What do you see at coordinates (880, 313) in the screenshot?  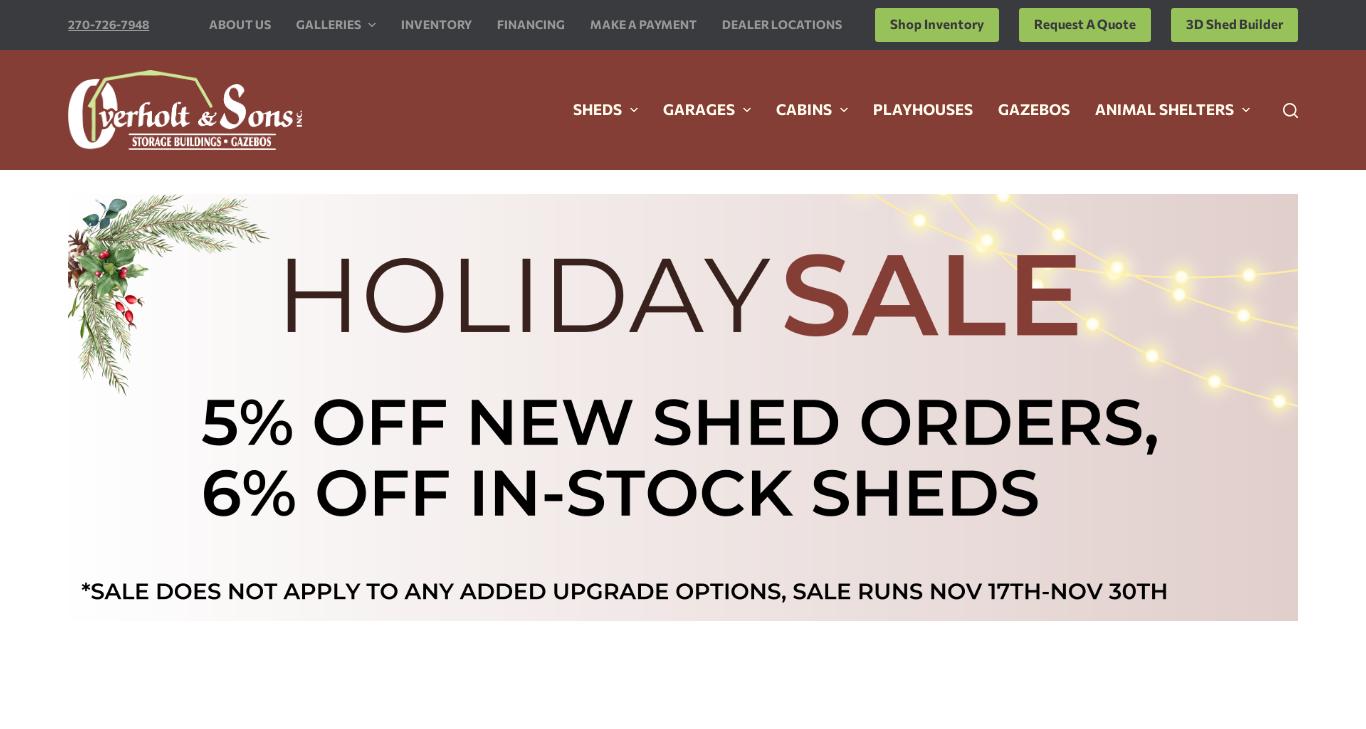 I see `'at our'` at bounding box center [880, 313].